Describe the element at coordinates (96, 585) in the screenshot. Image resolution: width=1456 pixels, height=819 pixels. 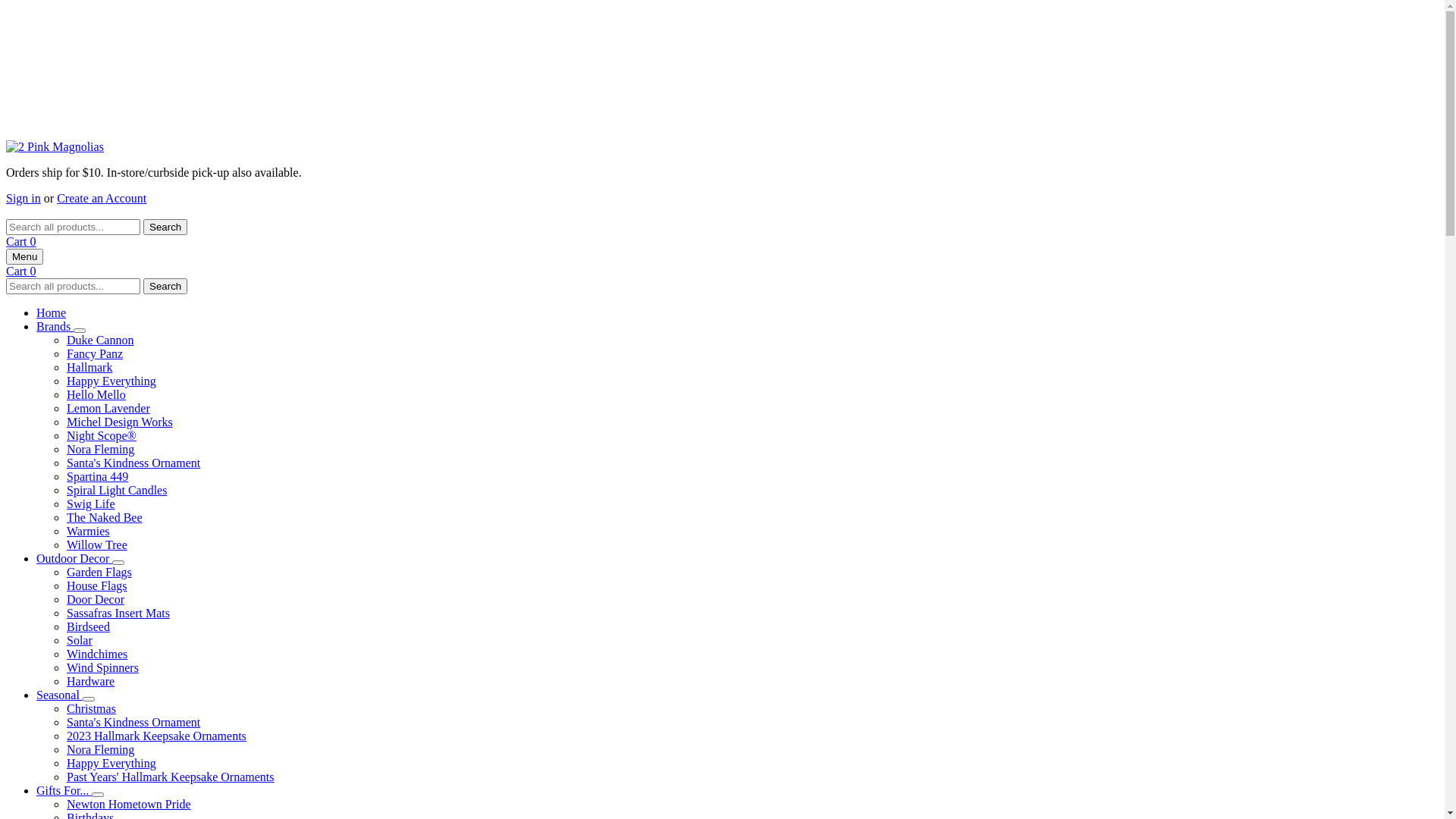
I see `'House Flags'` at that location.